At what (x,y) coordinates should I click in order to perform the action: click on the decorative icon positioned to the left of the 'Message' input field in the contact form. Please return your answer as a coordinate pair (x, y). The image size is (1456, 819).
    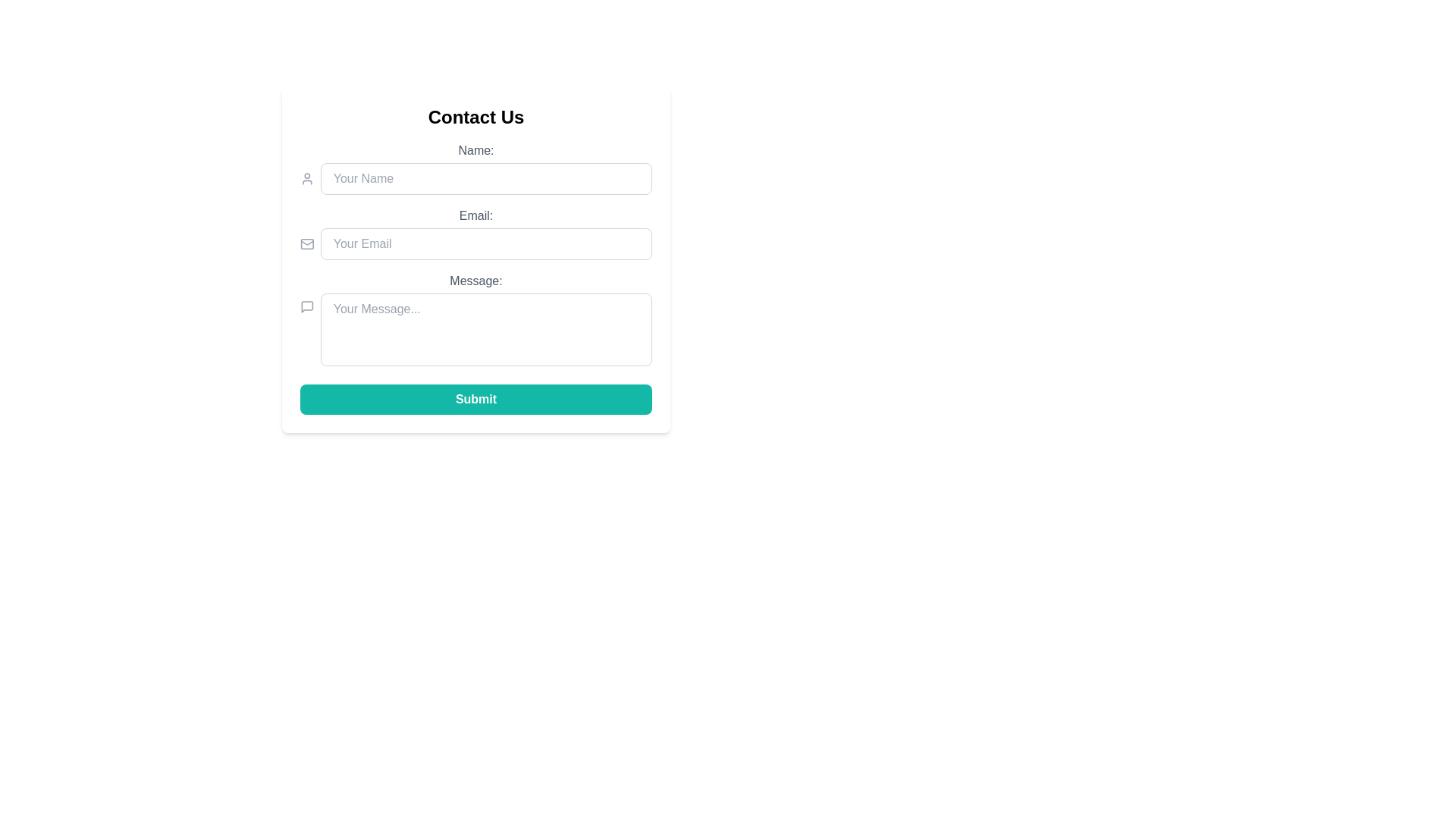
    Looking at the image, I should click on (306, 307).